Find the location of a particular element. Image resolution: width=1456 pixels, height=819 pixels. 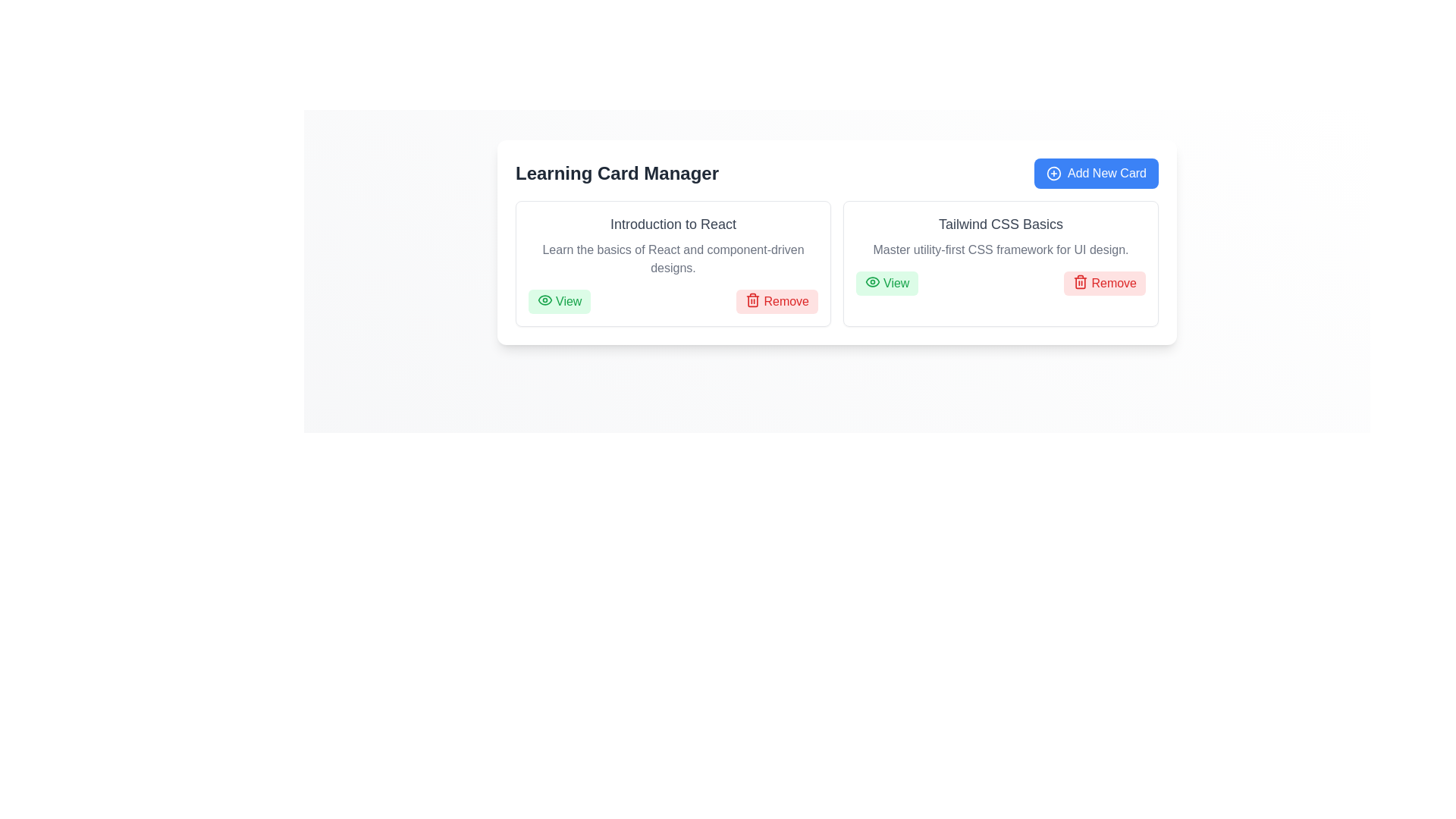

the eye icon representing the 'view' functionality, which is styled in green and located to the left of the 'View' text within a green-highlighted button under the 'Tailwind CSS Basics' section is located at coordinates (873, 281).